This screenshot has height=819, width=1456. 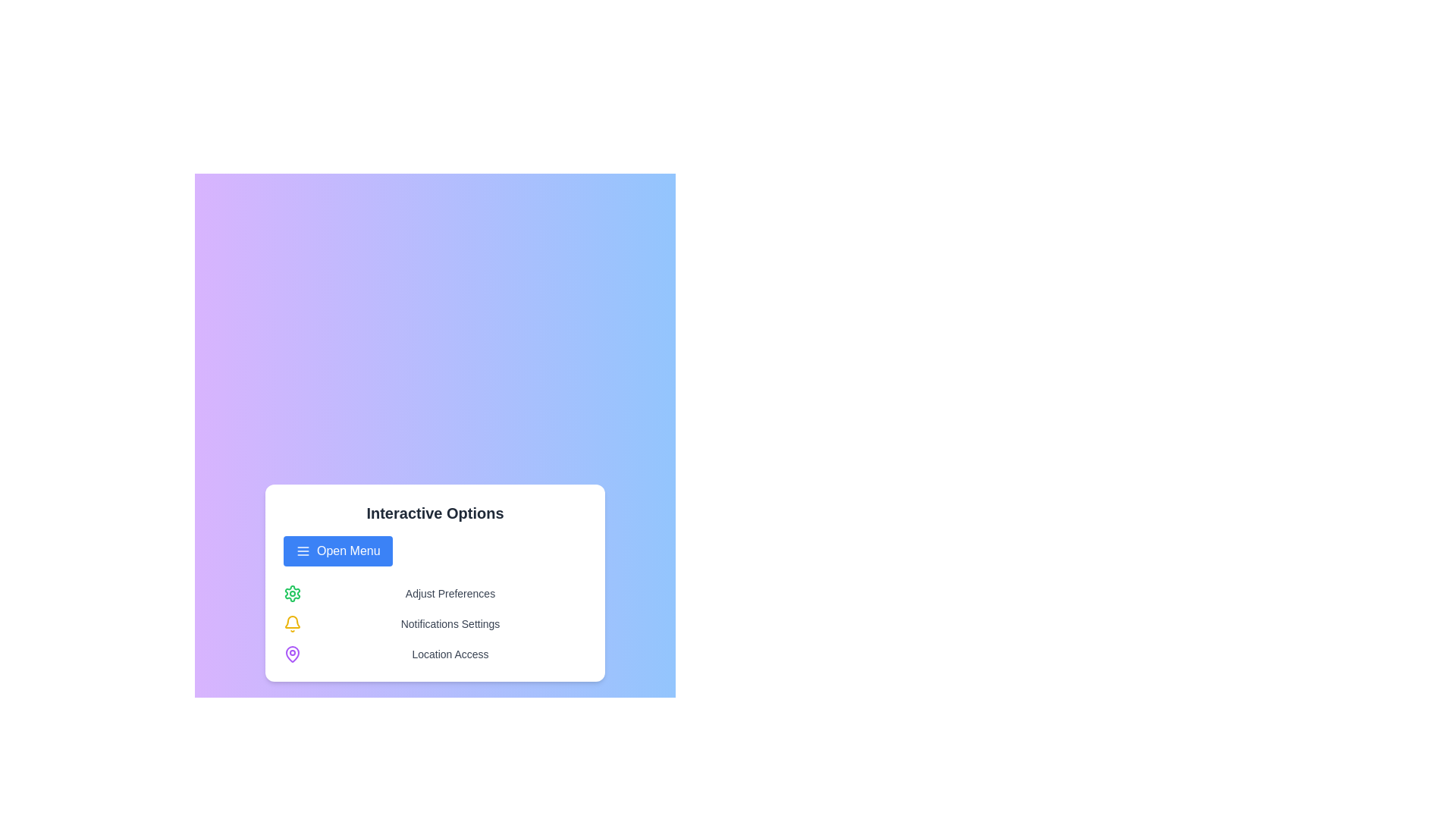 I want to click on the map pin-shaped icon with a purple outline, which is the third item in the vertical list of icons beside the 'Location Access' label, so click(x=292, y=654).